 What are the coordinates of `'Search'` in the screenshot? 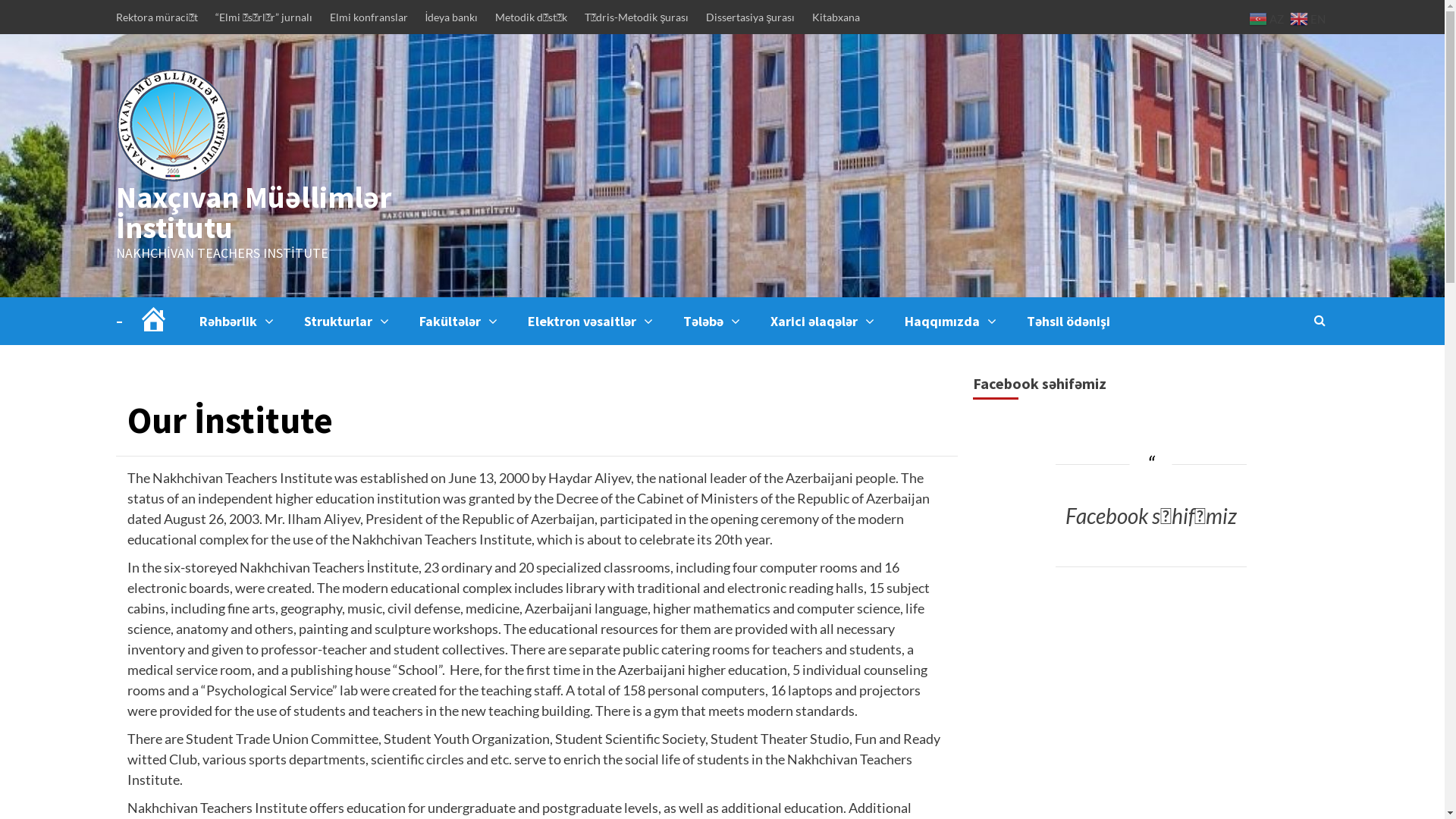 It's located at (1319, 318).